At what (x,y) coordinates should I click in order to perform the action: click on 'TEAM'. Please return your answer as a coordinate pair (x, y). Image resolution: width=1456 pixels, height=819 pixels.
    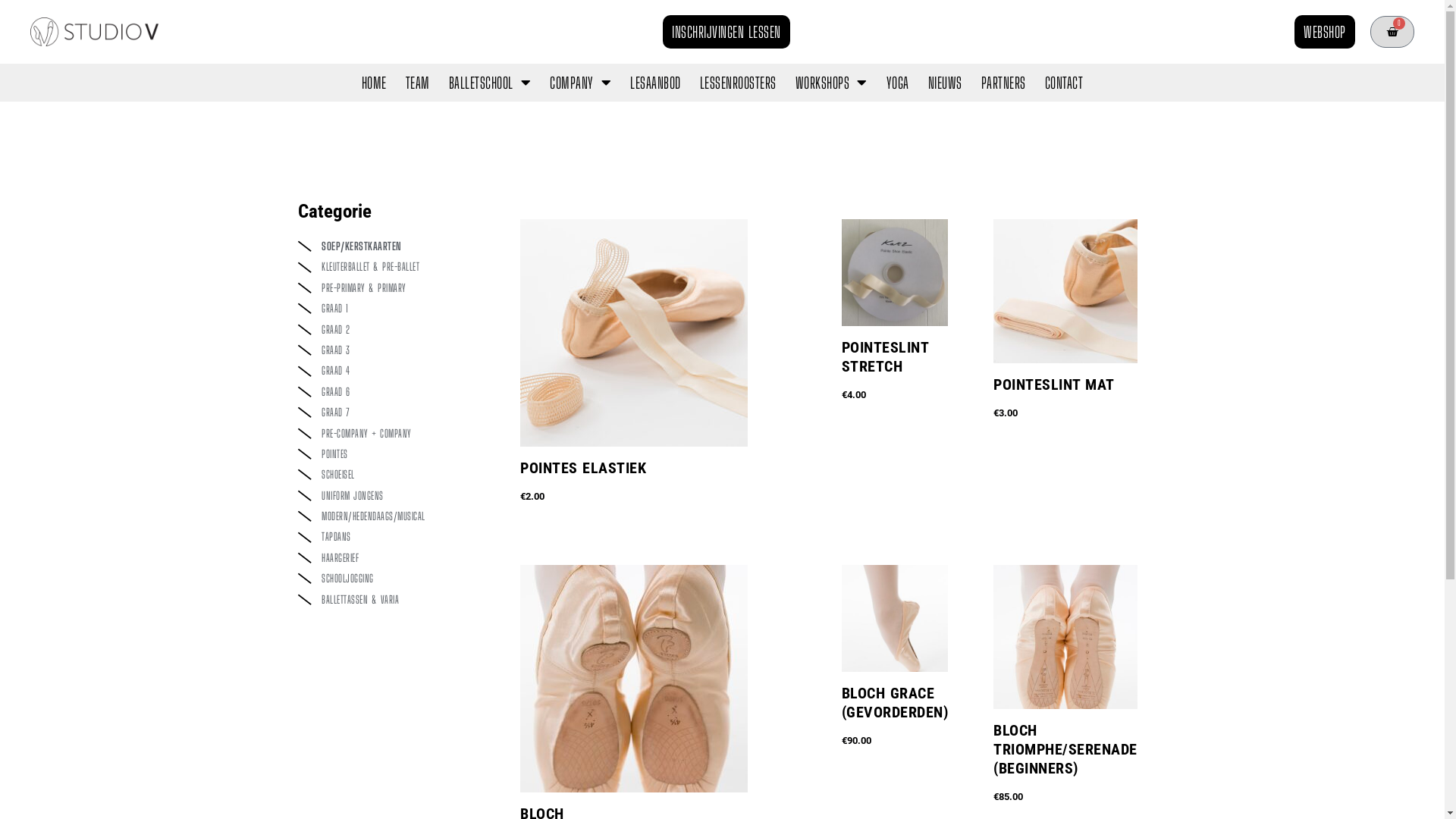
    Looking at the image, I should click on (418, 82).